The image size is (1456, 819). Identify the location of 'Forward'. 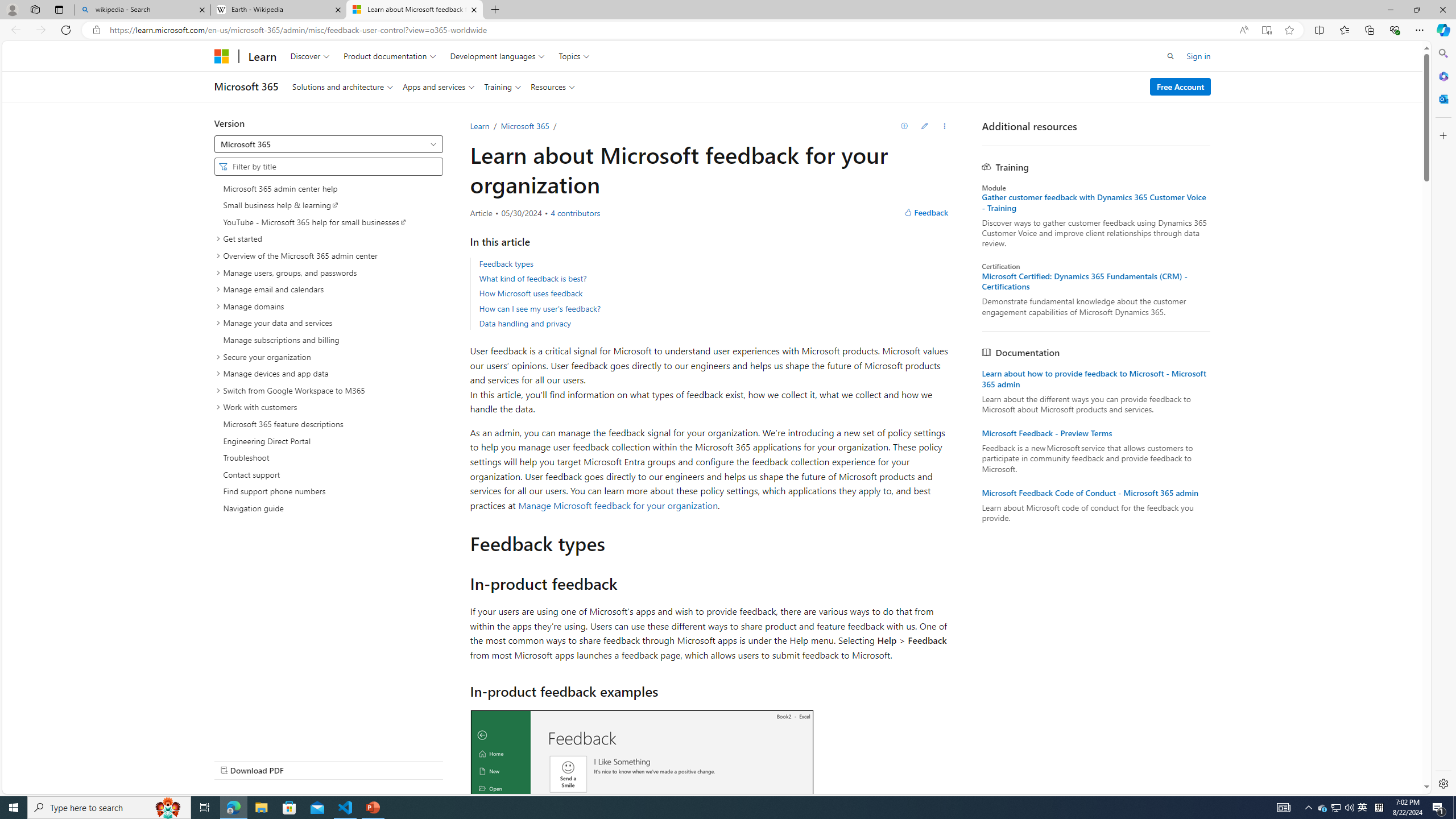
(40, 29).